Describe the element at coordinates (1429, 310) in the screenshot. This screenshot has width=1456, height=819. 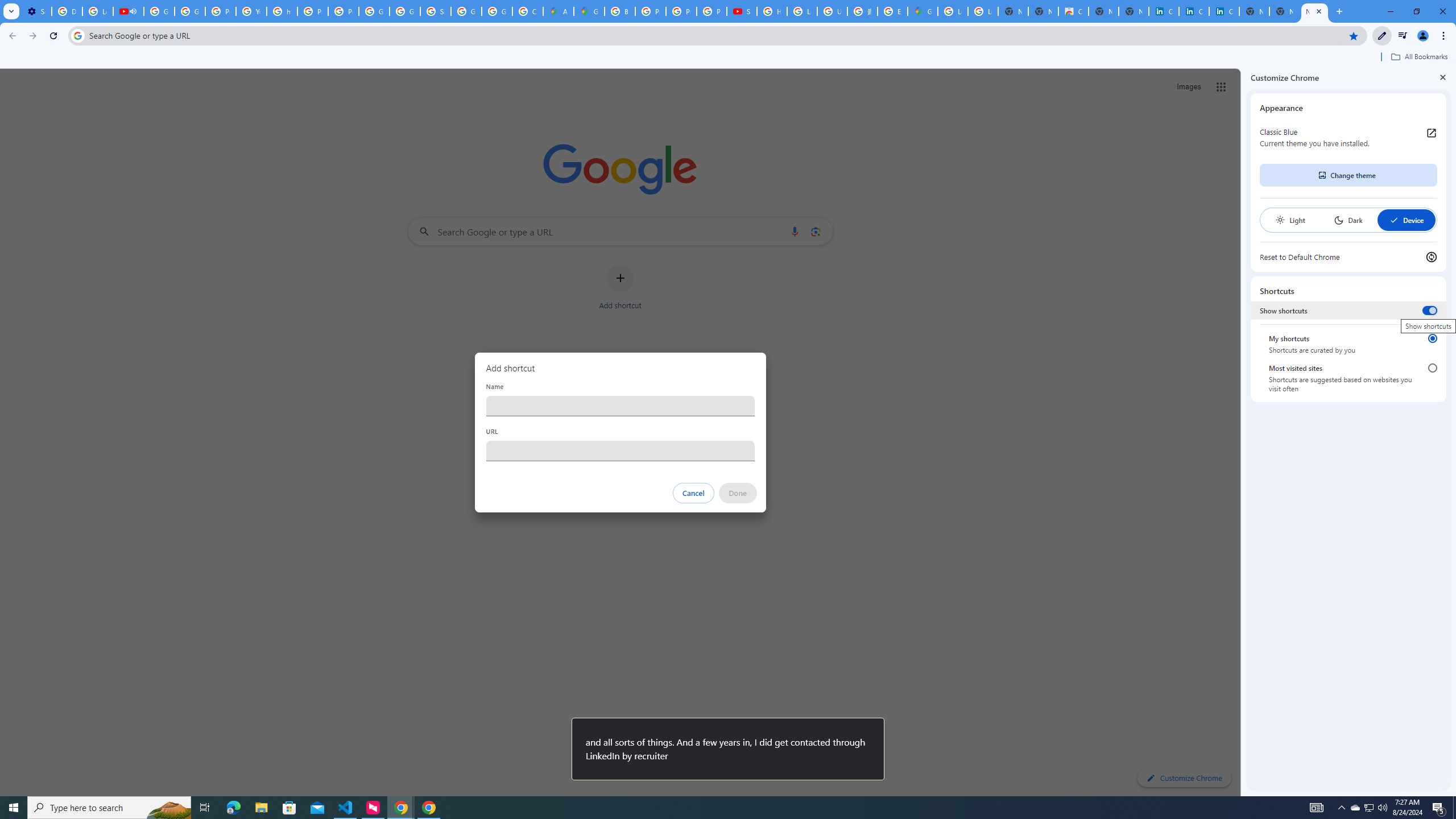
I see `'Show shortcuts'` at that location.